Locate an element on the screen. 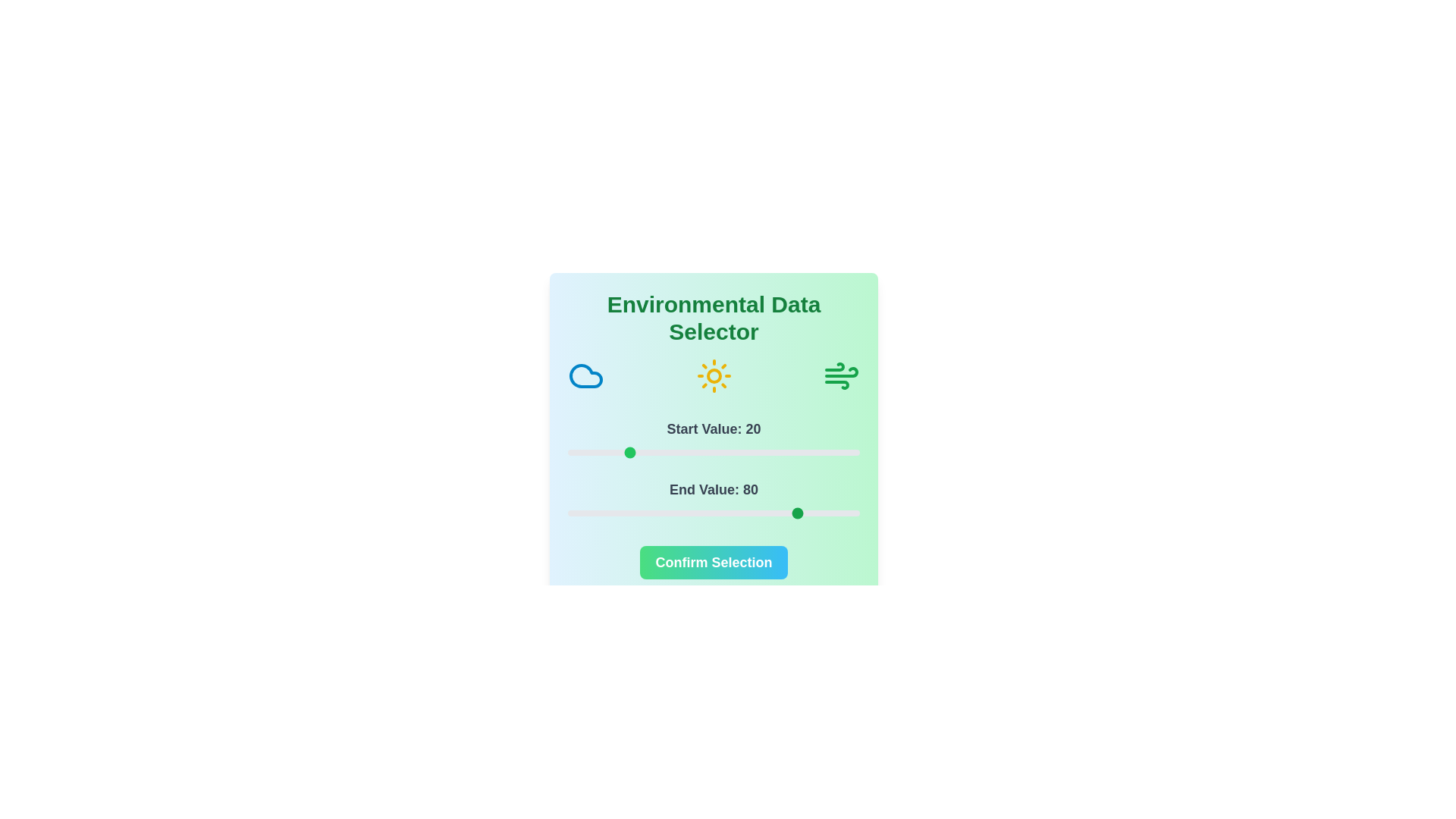 This screenshot has height=819, width=1456. the circular graphical component representing sunlight, which is located at the top-middle portion of the user interface, between the cloud icon on the left and the wind icon on the right is located at coordinates (713, 375).